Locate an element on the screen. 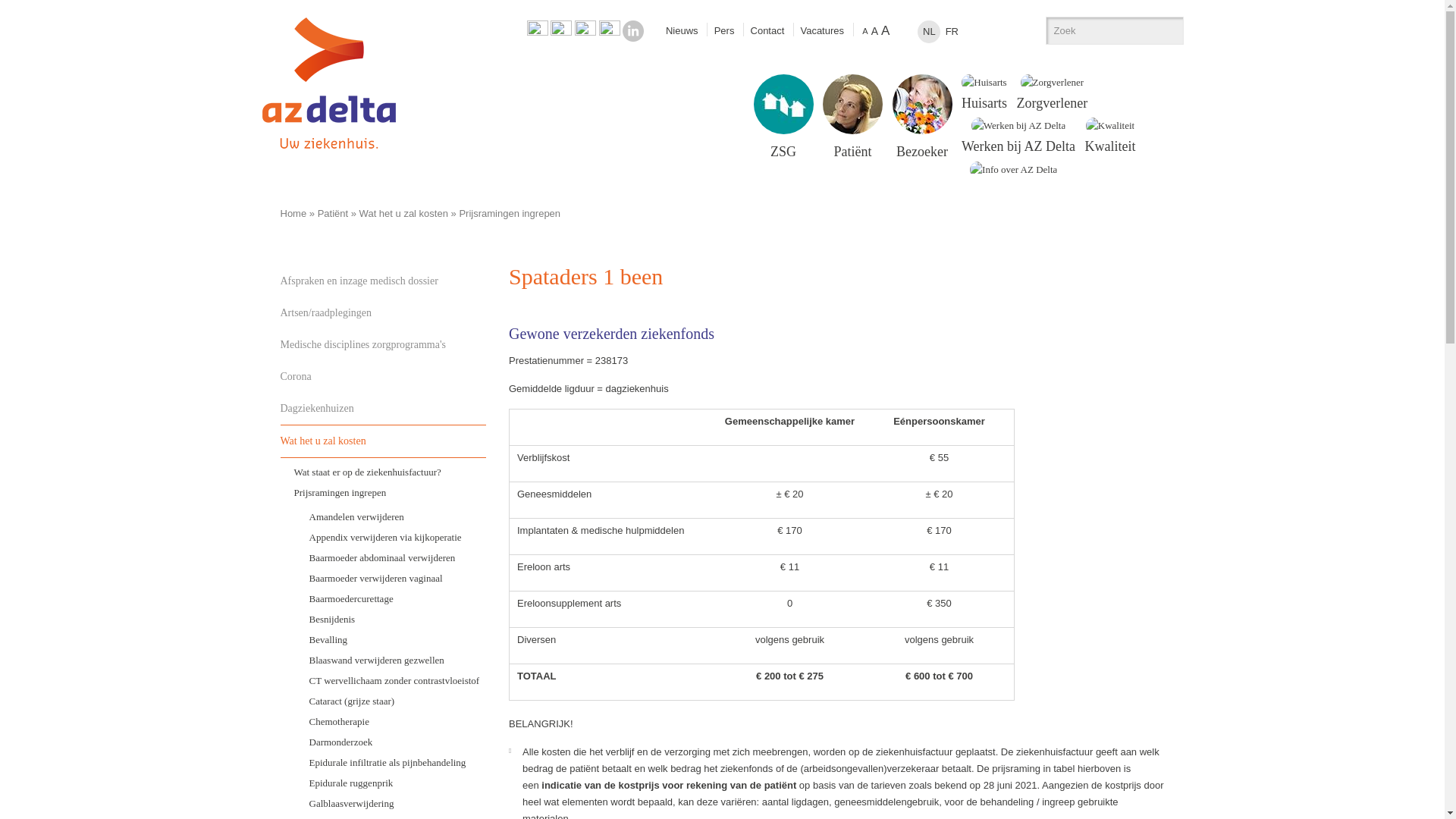 Image resolution: width=1456 pixels, height=819 pixels. 'Cataract (grijze staar)' is located at coordinates (391, 700).